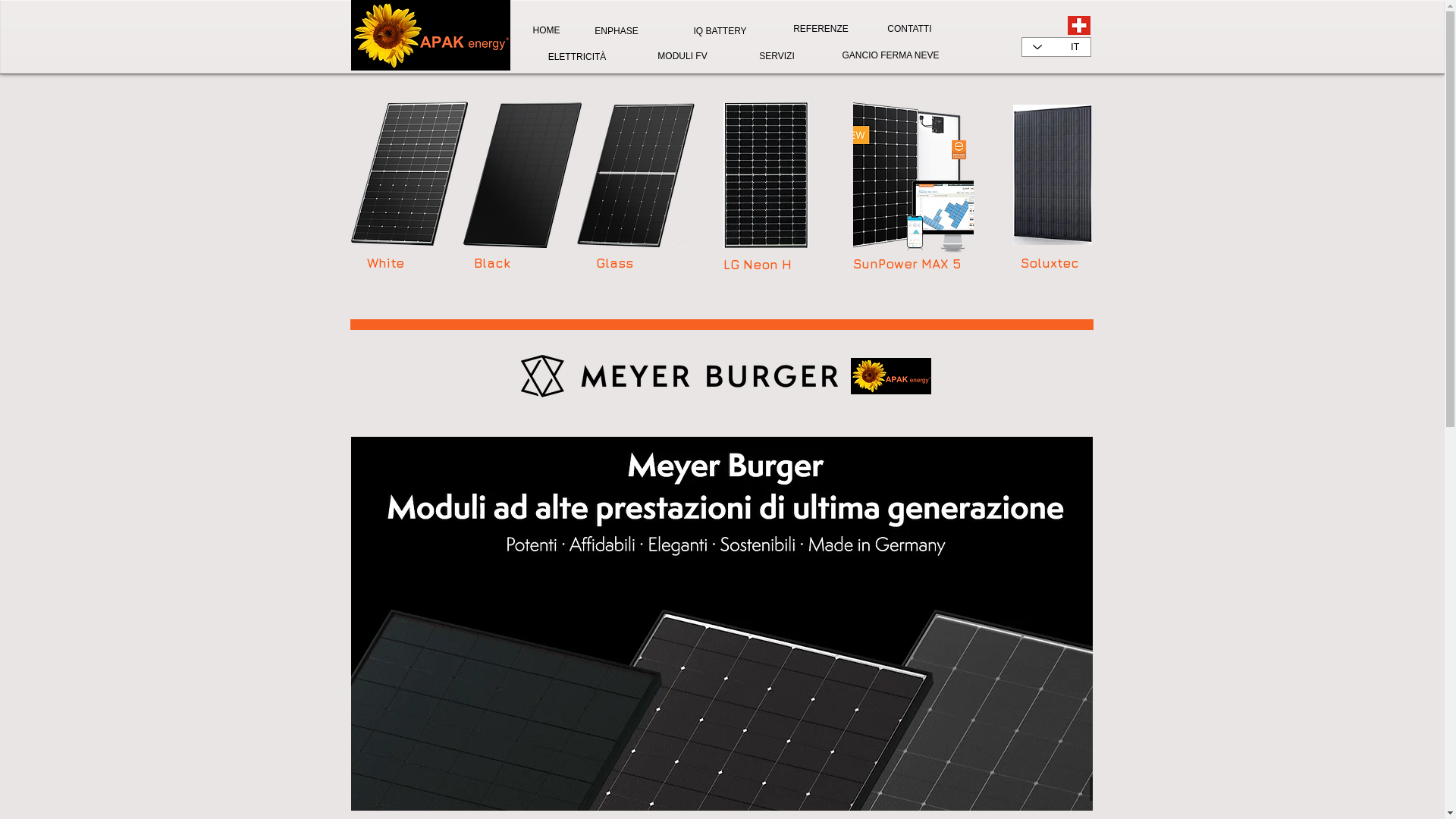 This screenshot has height=819, width=1456. I want to click on 'SERVIZI', so click(753, 55).